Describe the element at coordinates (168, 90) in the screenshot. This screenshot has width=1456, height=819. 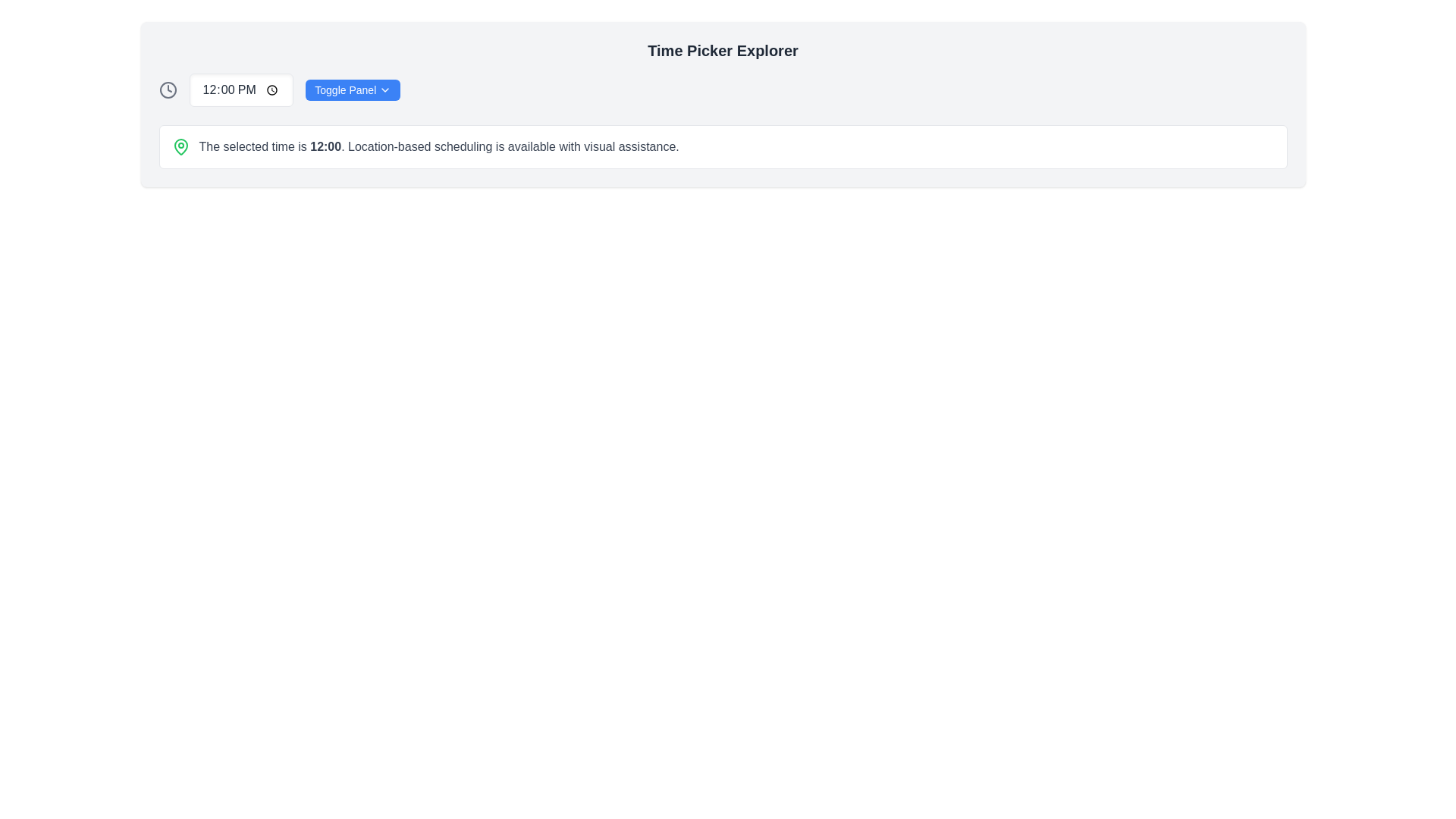
I see `the circular graphic element of the clock icon, which visually represents the clock face and is located to the left of the time display ('12:00 PM')` at that location.